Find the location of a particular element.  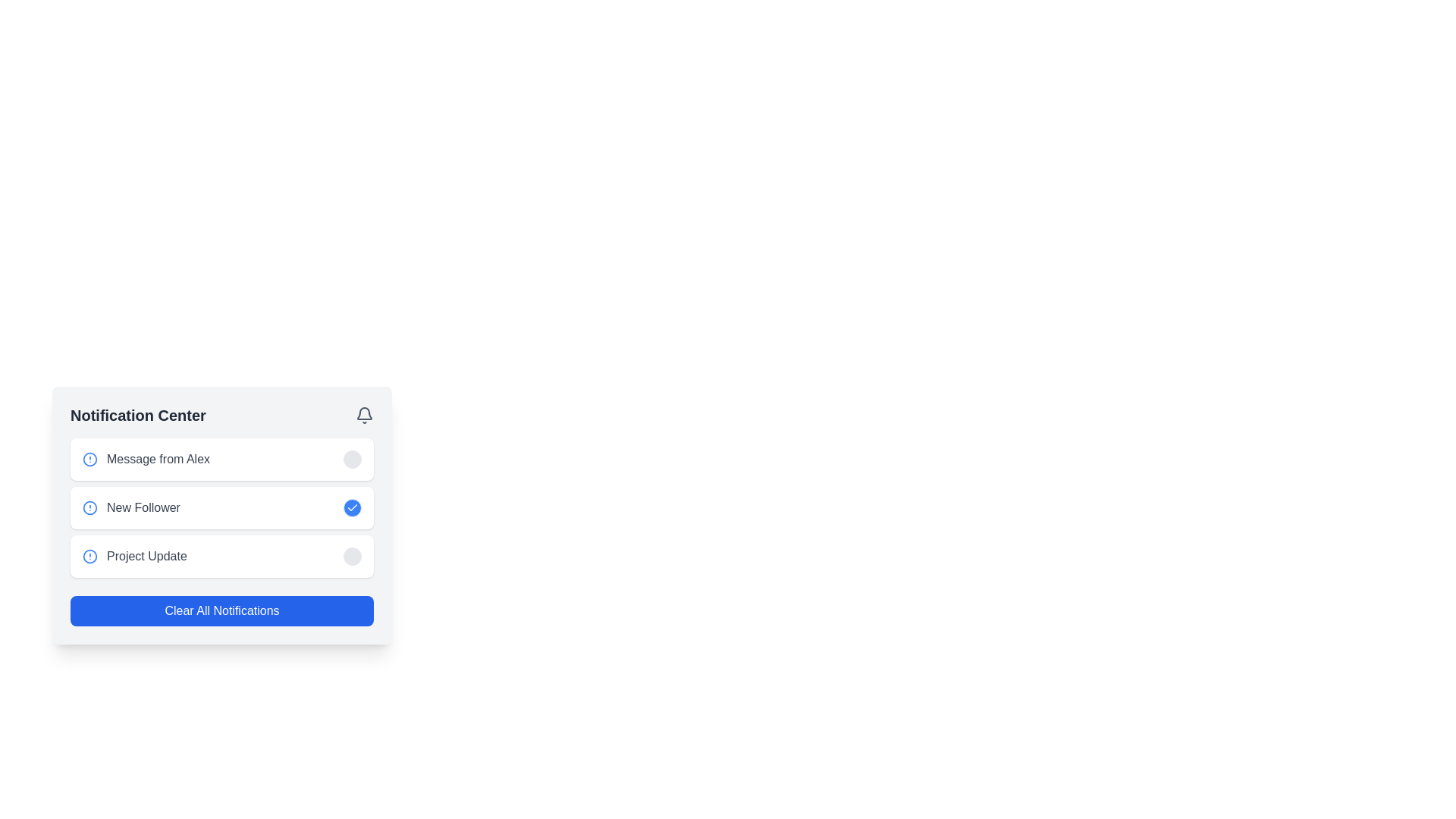

the 'Project Update' notification entry in the Notification Center is located at coordinates (134, 556).